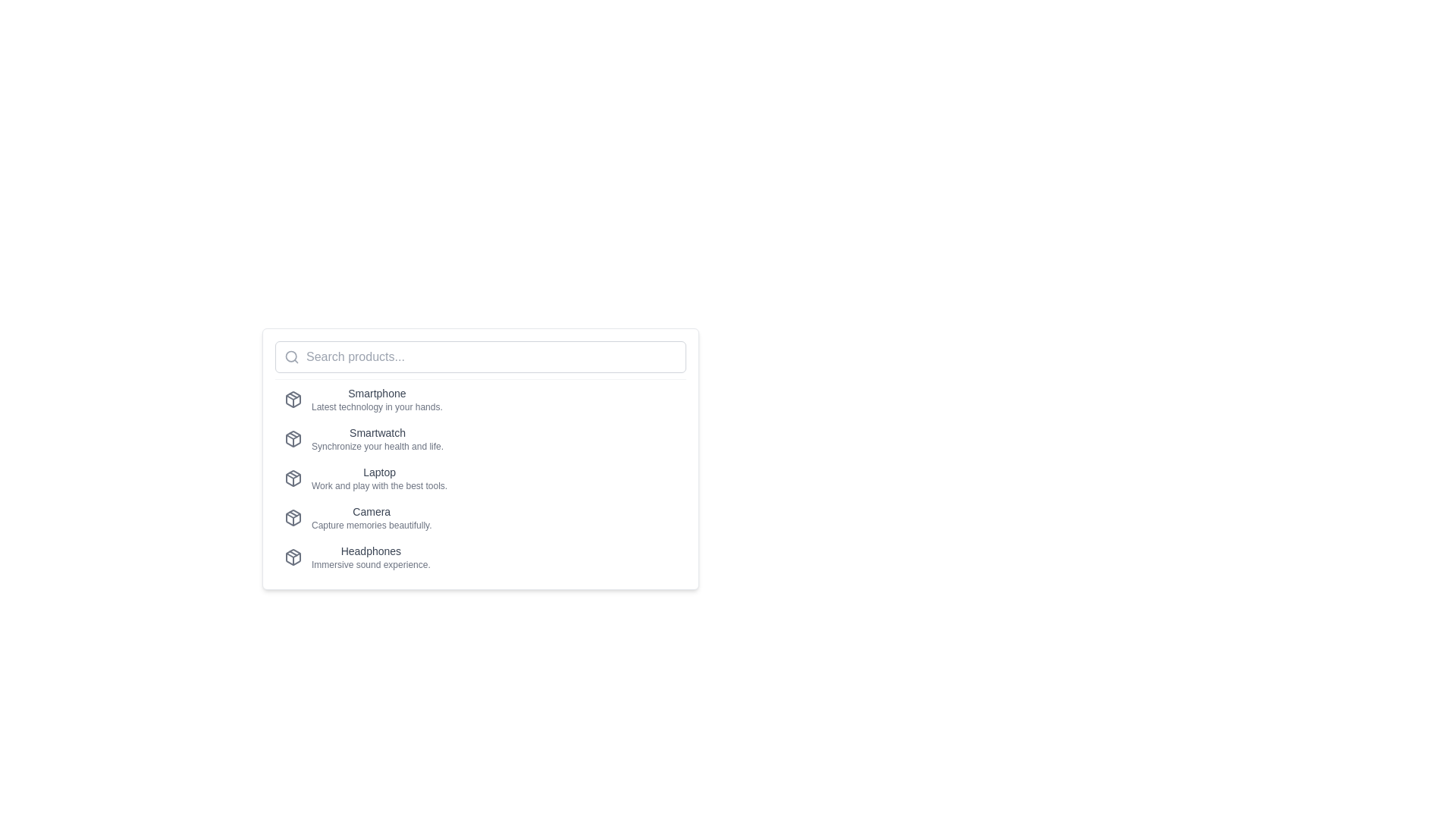 Image resolution: width=1456 pixels, height=819 pixels. Describe the element at coordinates (379, 485) in the screenshot. I see `the text label displaying 'Work and play with the best tools.' which is positioned below the title 'Laptop.'` at that location.